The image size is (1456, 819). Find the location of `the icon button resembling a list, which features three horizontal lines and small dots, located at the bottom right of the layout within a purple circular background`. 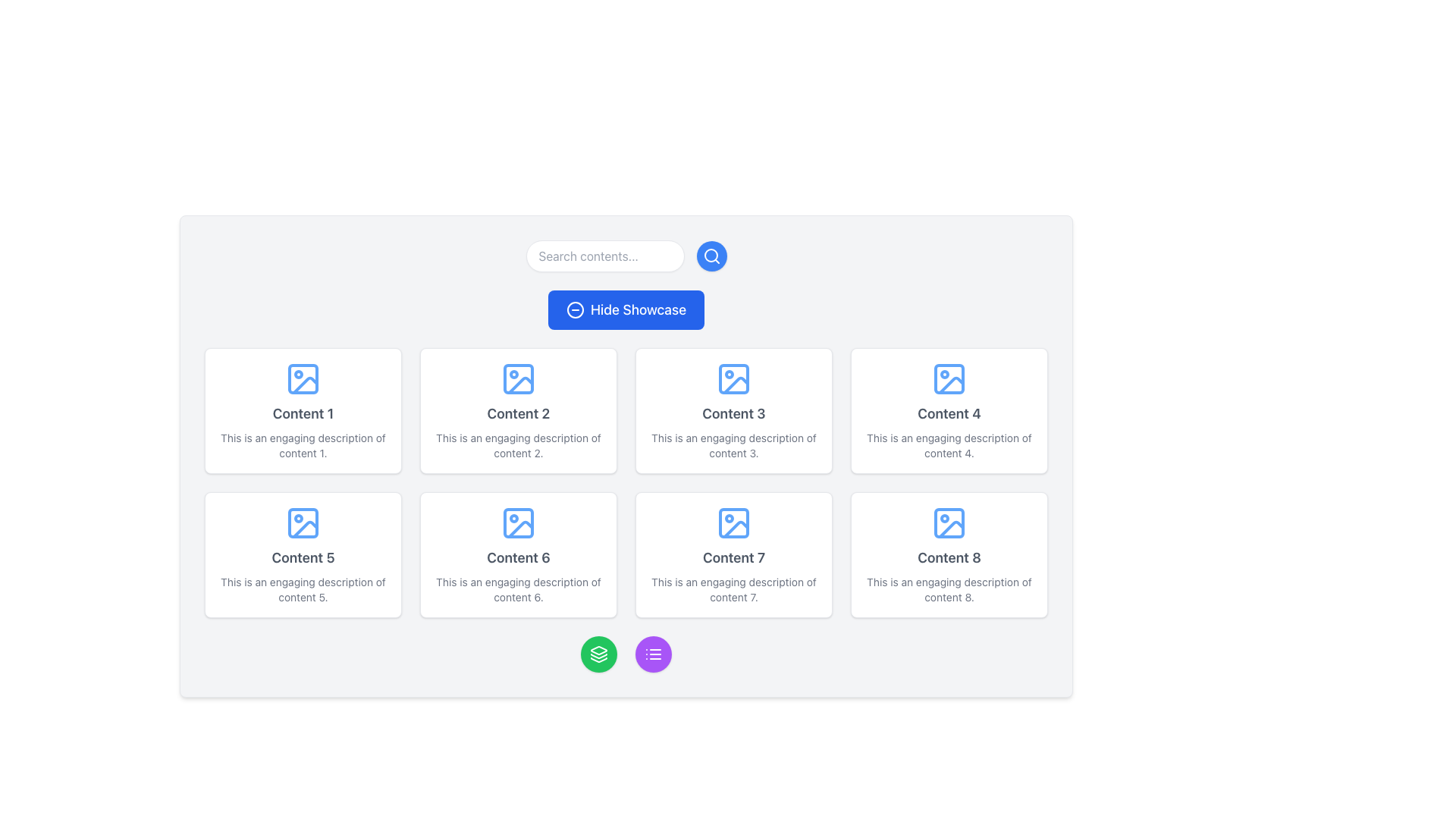

the icon button resembling a list, which features three horizontal lines and small dots, located at the bottom right of the layout within a purple circular background is located at coordinates (654, 654).